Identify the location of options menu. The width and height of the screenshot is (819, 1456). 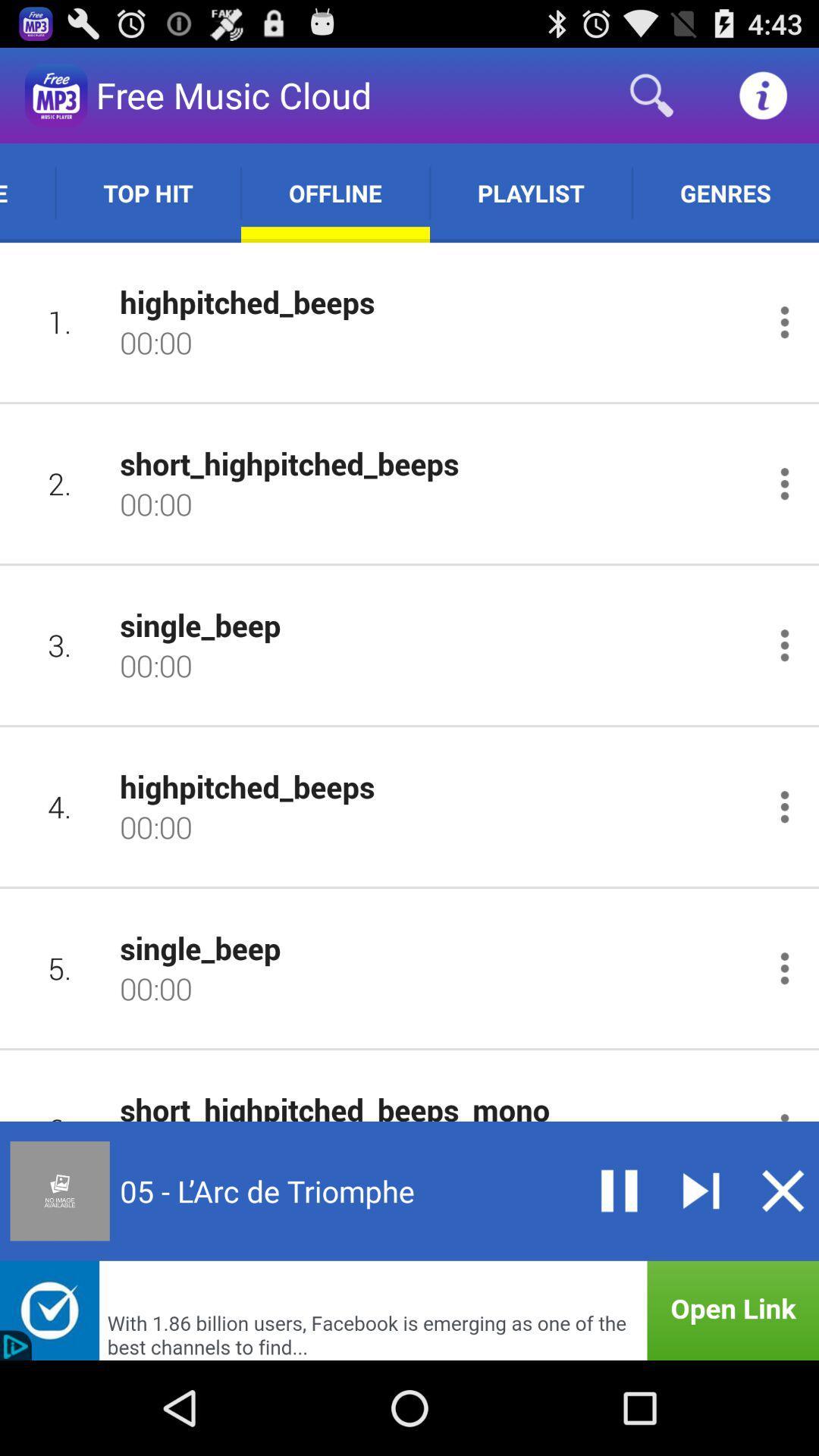
(784, 645).